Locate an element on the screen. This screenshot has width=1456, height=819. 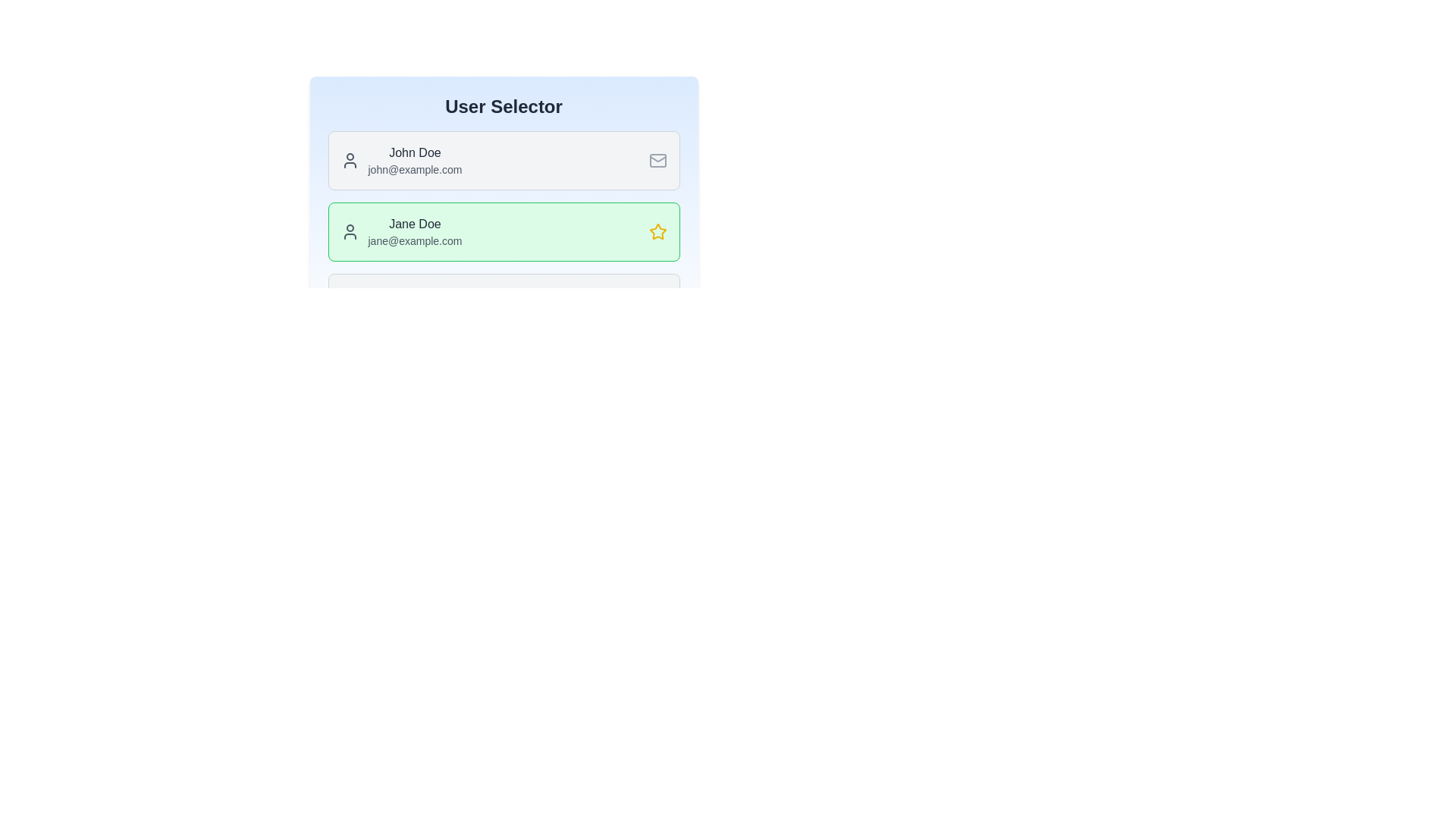
the currently selected user profile to toggle its selection state is located at coordinates (504, 231).